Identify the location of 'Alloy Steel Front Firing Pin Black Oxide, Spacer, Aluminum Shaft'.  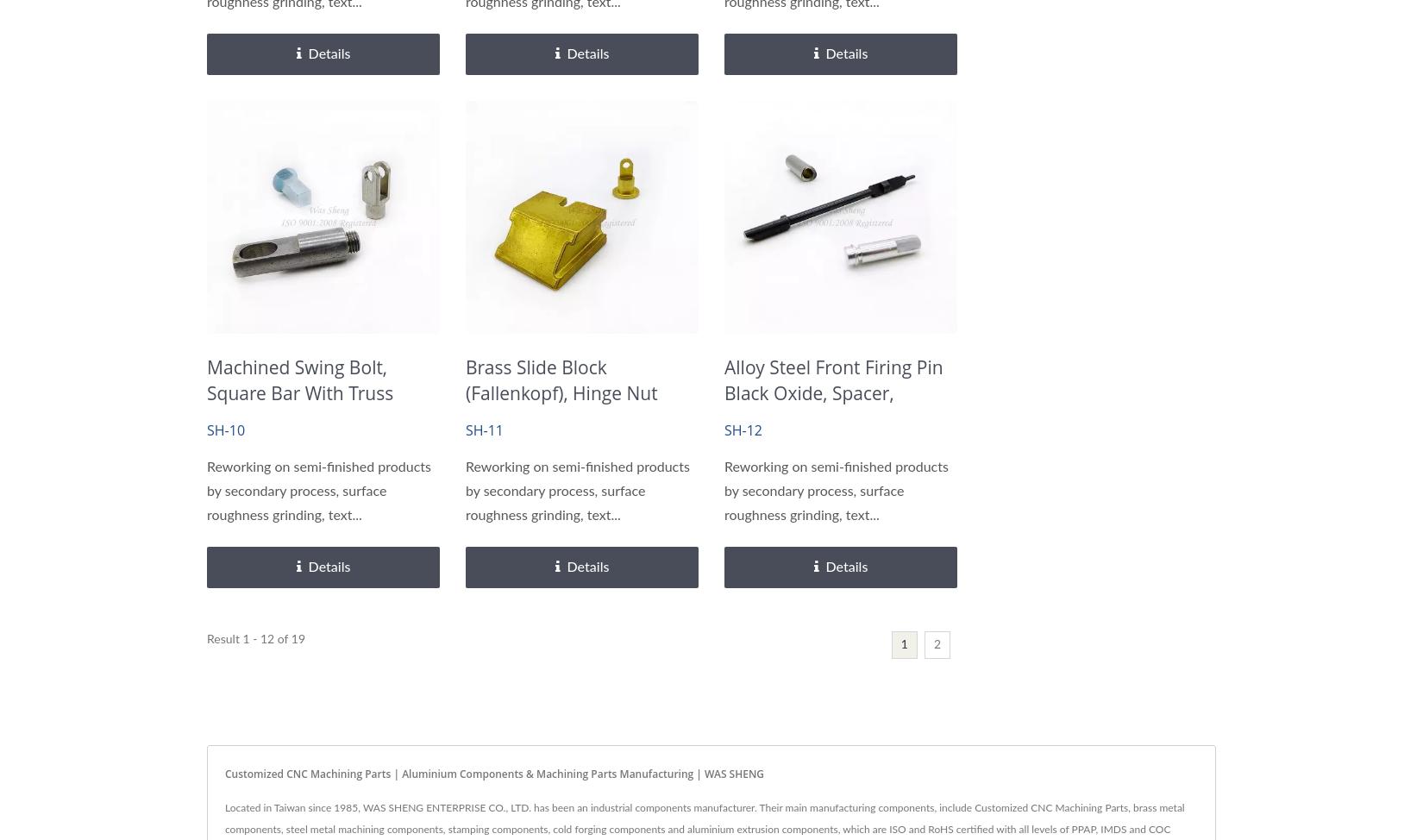
(833, 392).